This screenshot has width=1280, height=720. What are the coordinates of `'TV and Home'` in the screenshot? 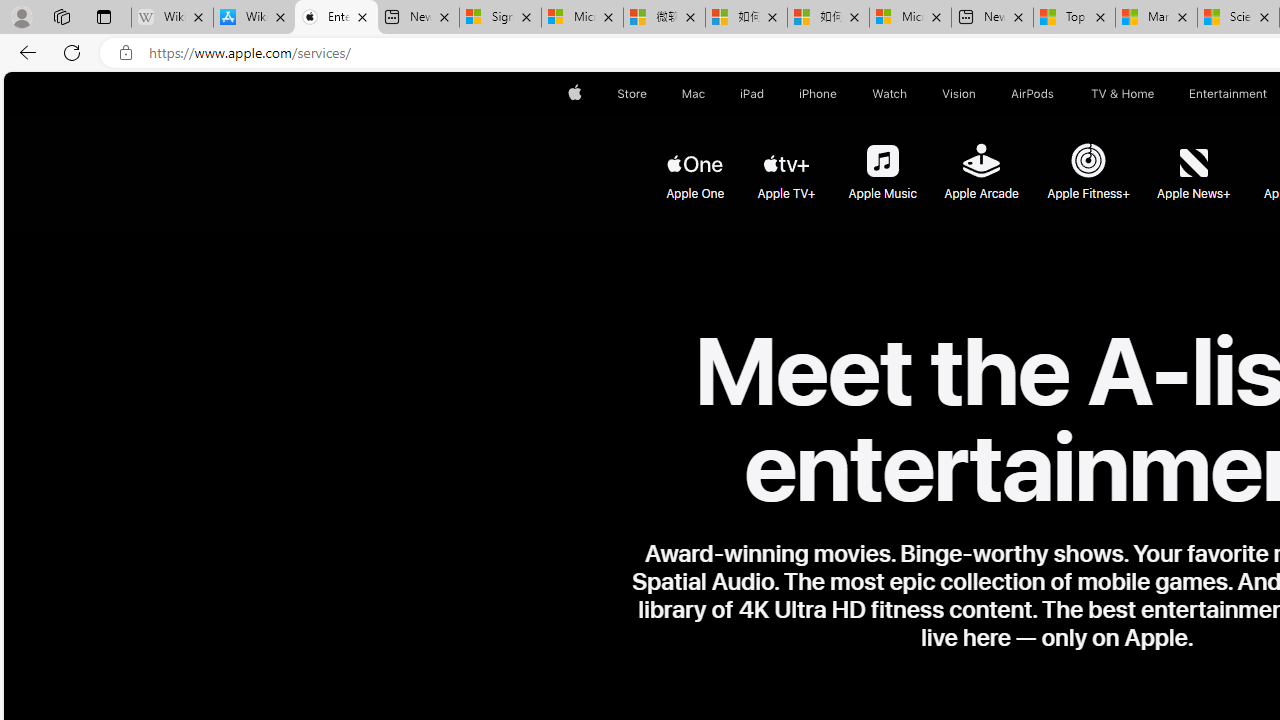 It's located at (1122, 93).